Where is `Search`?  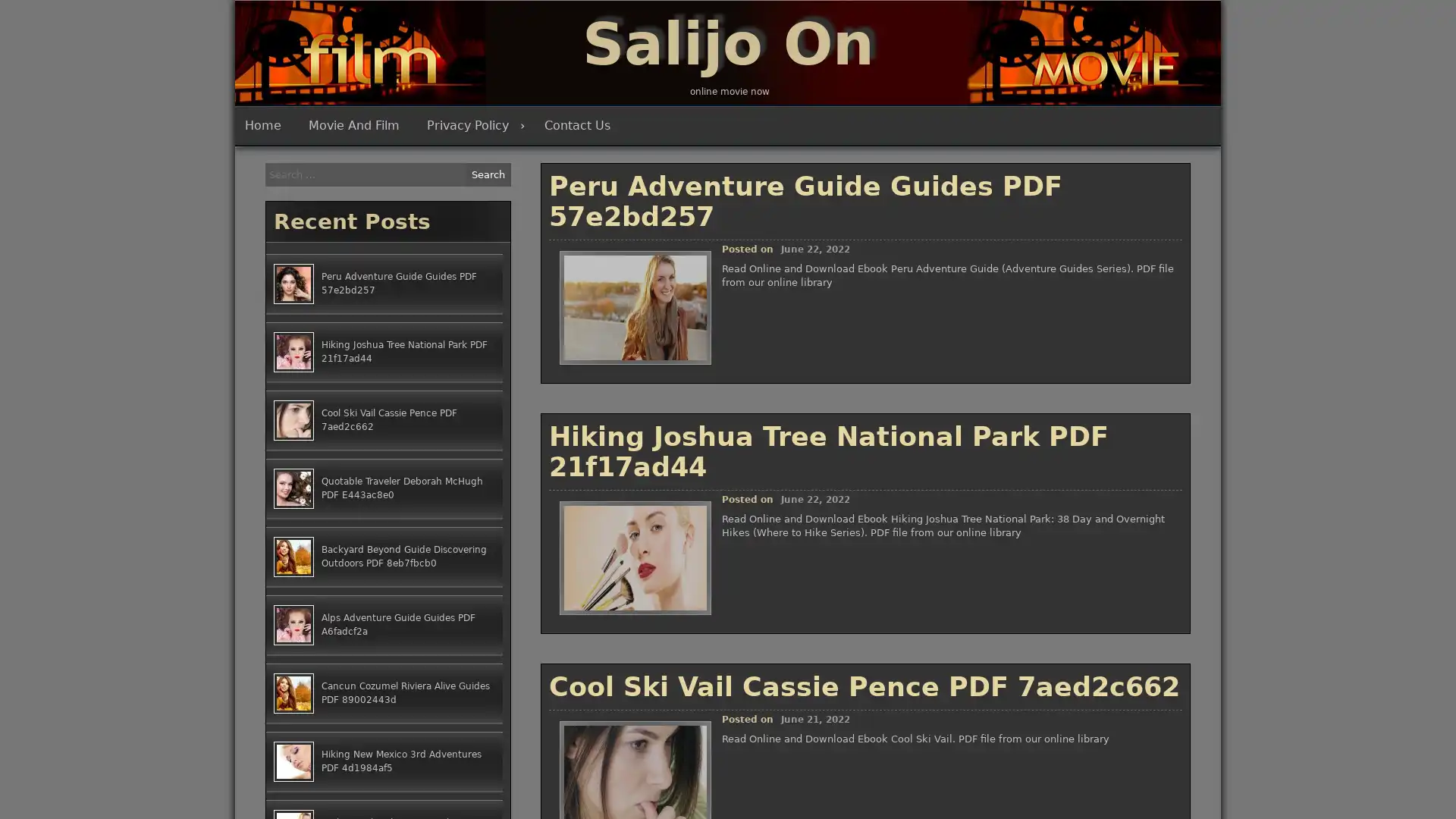 Search is located at coordinates (488, 174).